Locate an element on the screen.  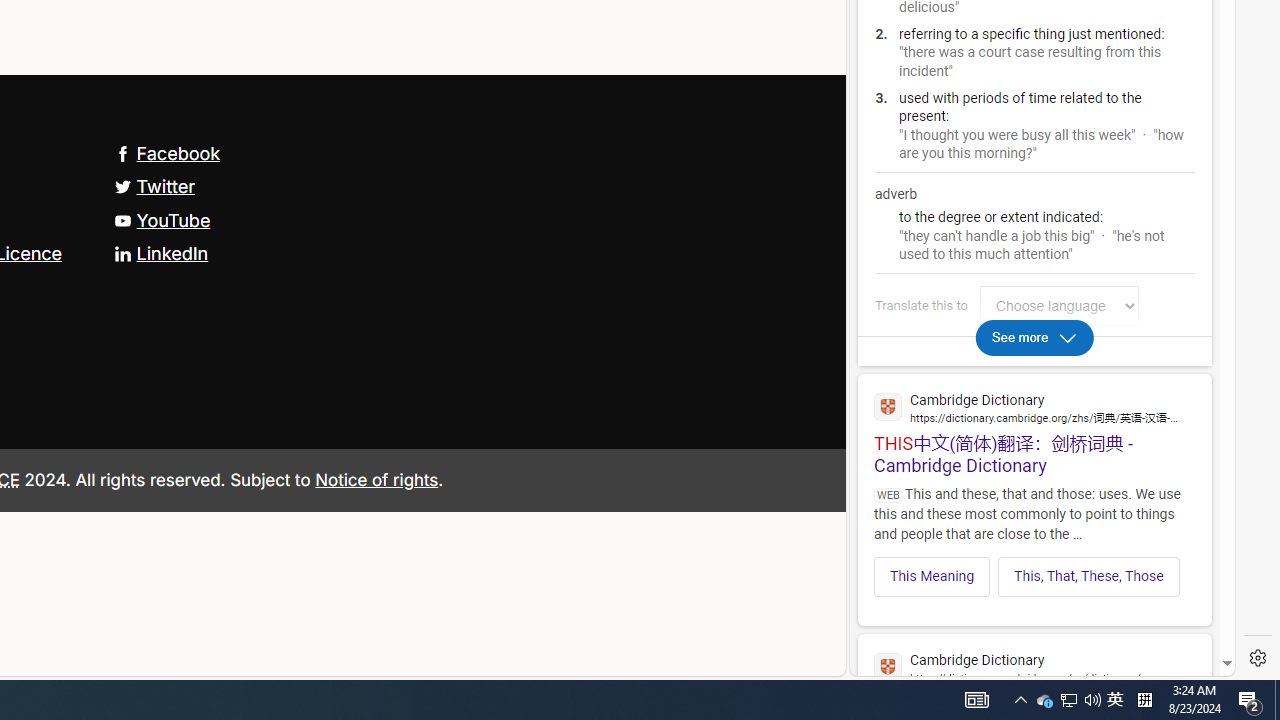
'Notice of rights' is located at coordinates (376, 479).